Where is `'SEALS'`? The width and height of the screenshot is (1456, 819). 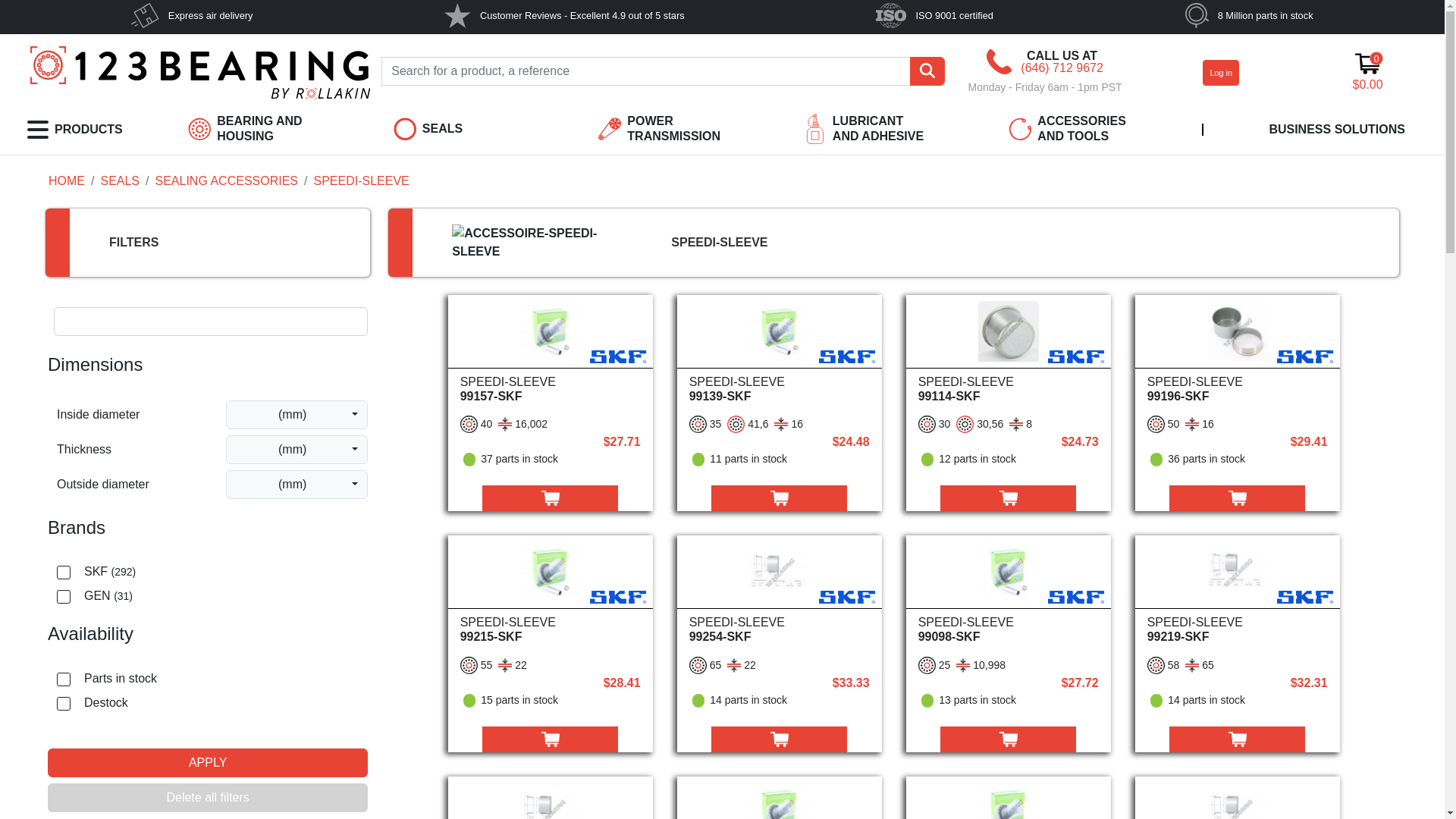 'SEALS' is located at coordinates (99, 180).